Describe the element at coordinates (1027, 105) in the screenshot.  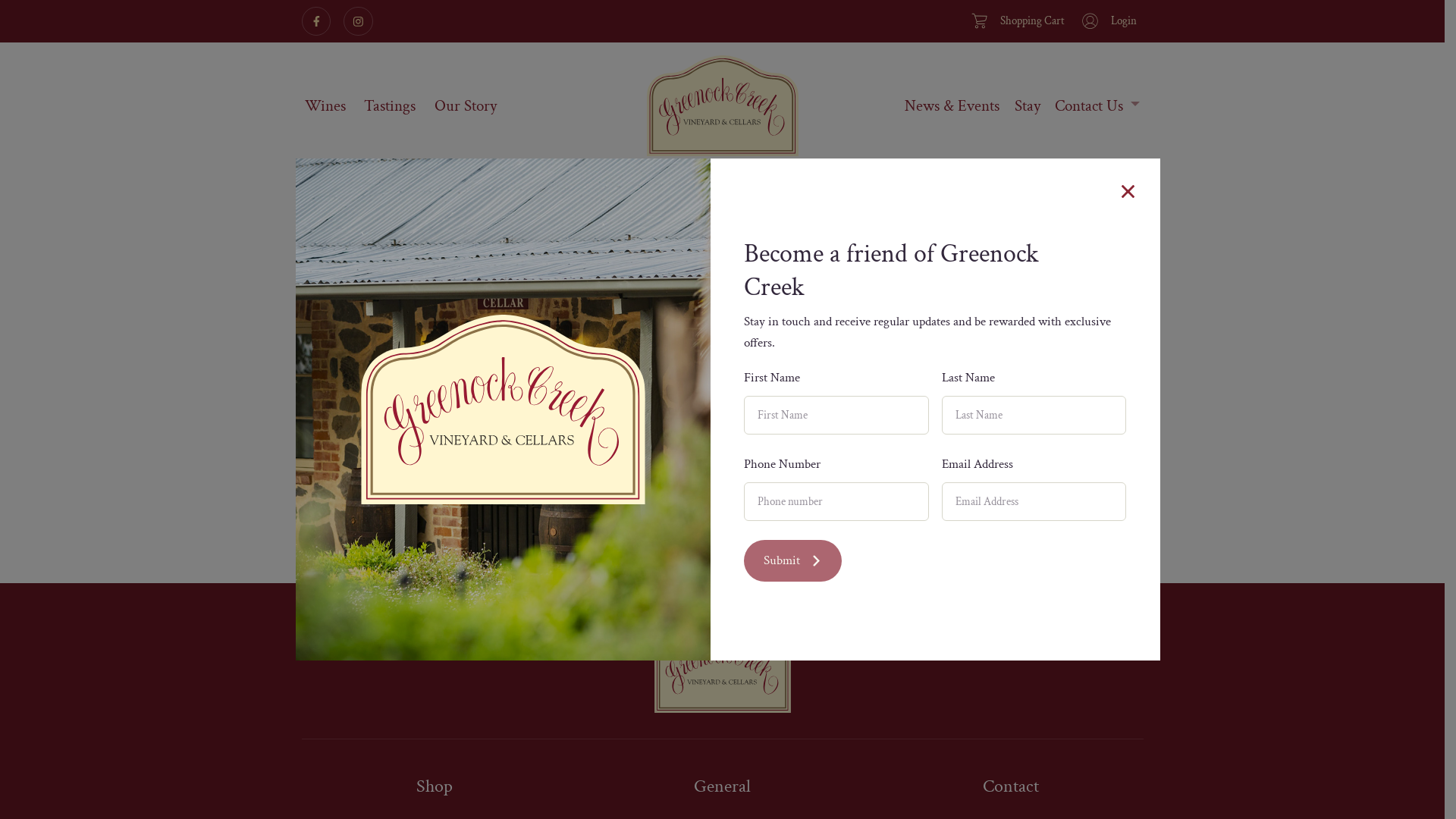
I see `'Stay'` at that location.